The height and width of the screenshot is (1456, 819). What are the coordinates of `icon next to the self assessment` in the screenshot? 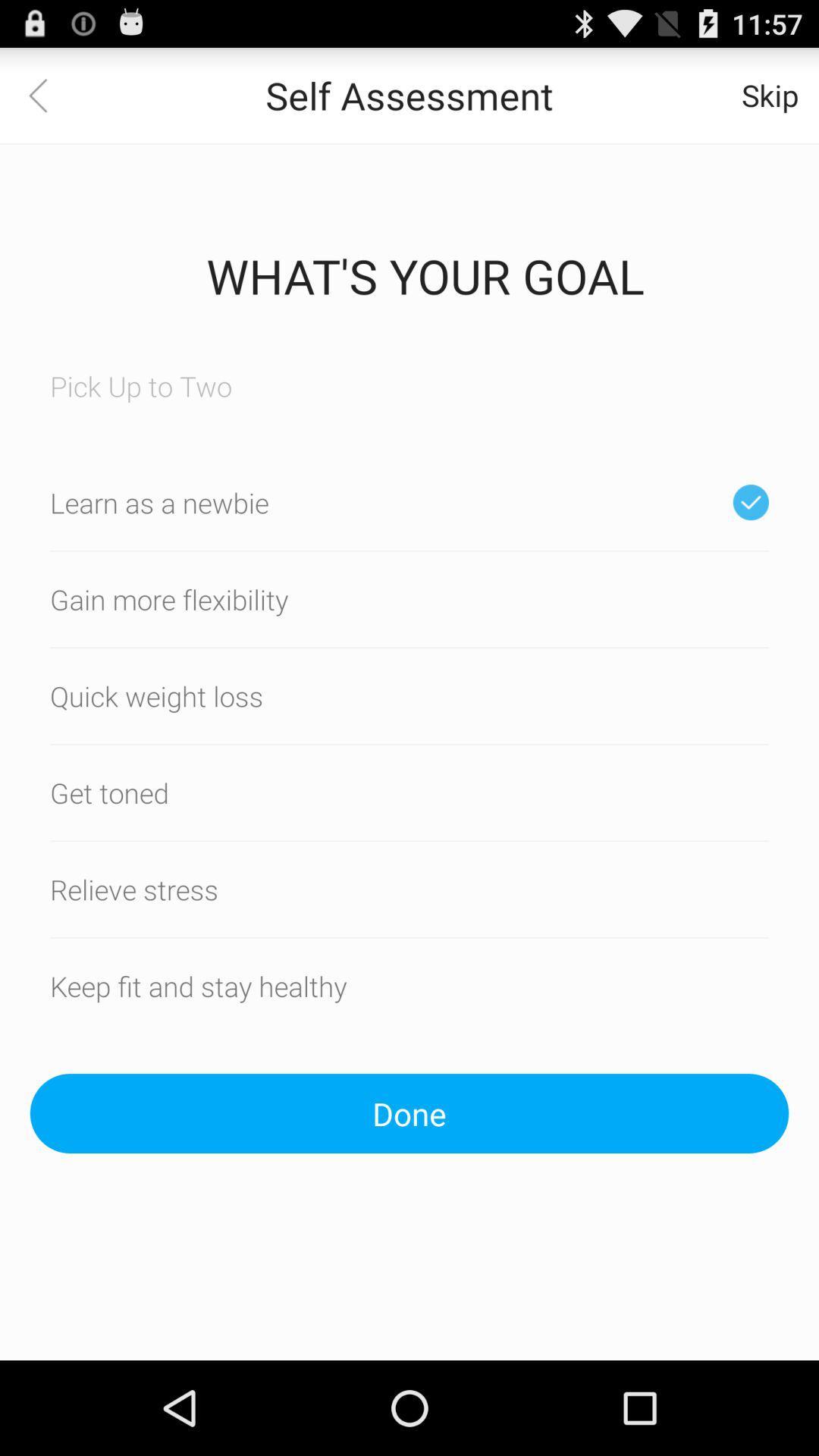 It's located at (46, 94).